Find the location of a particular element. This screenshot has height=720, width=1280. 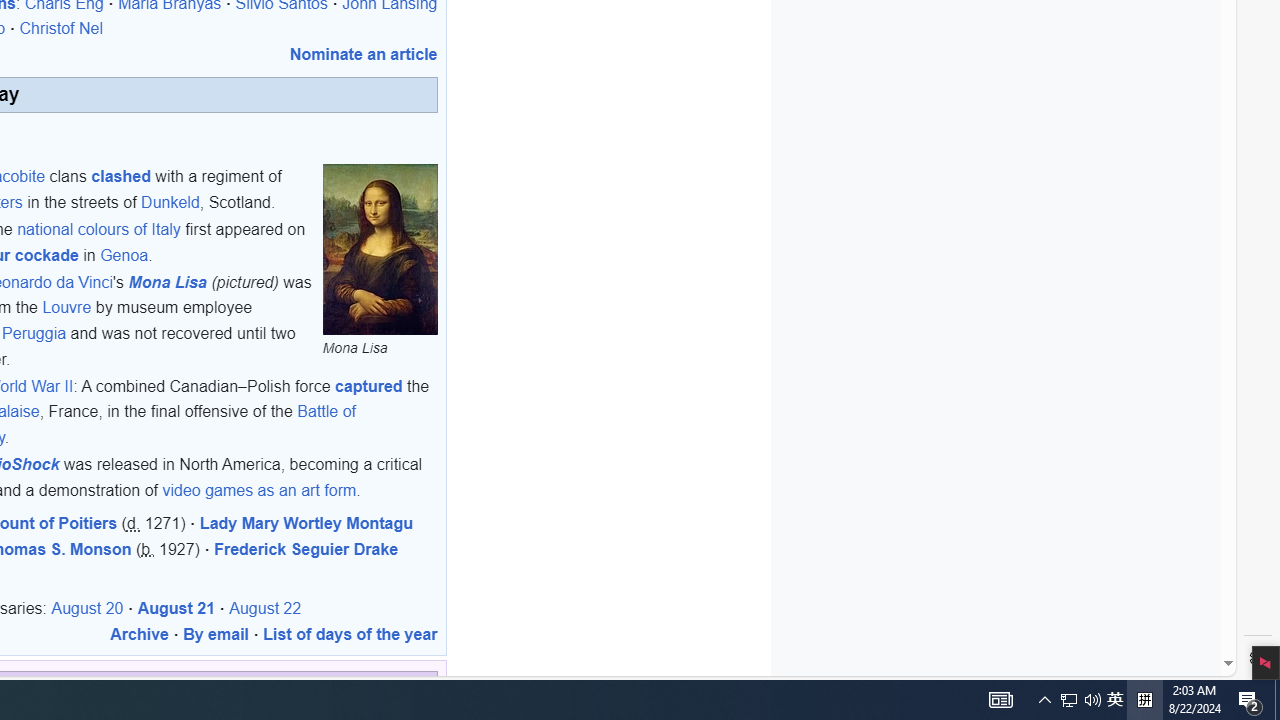

'Dunkeld' is located at coordinates (170, 201).